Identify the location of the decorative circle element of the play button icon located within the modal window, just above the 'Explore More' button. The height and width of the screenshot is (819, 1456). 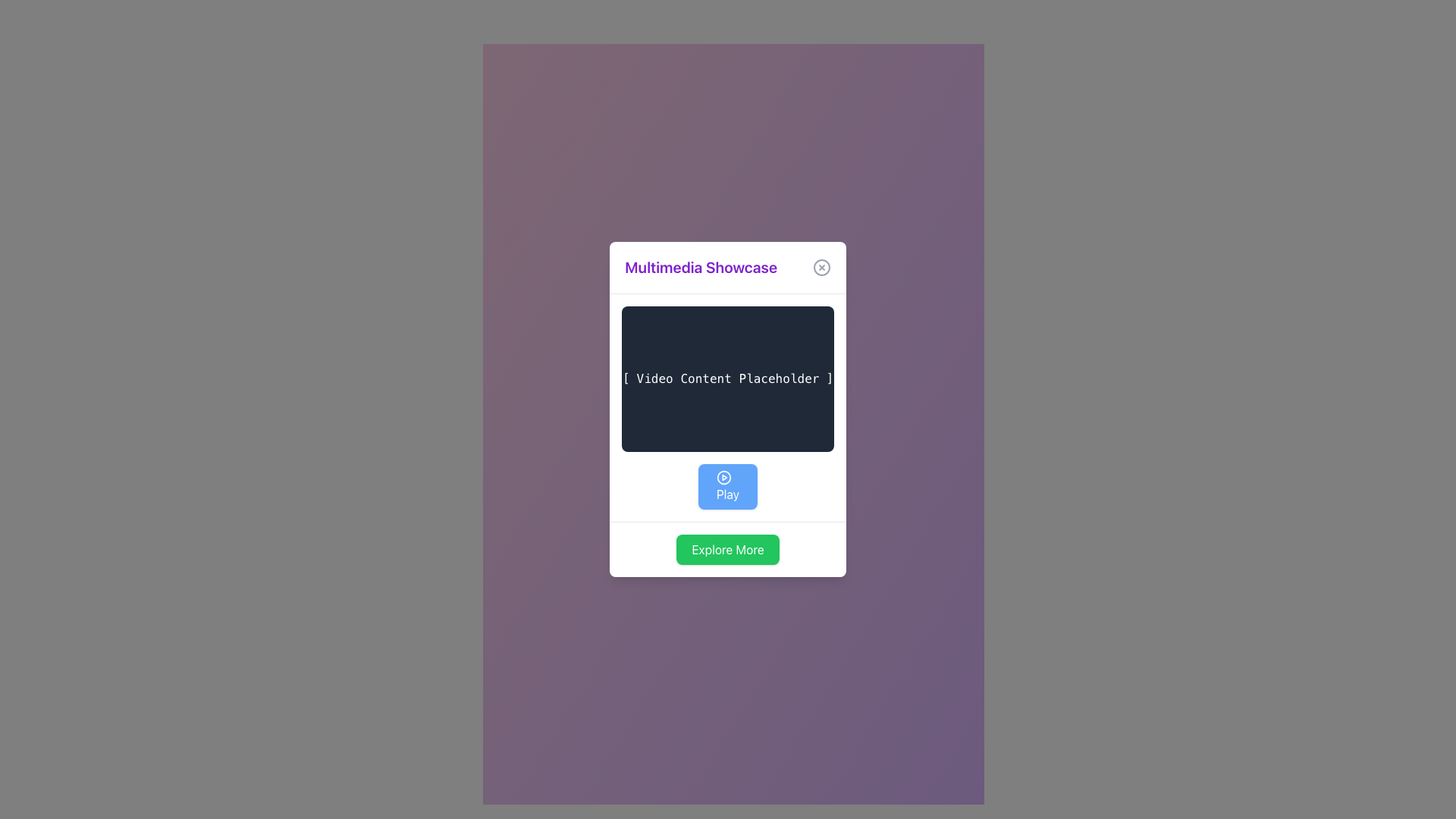
(723, 476).